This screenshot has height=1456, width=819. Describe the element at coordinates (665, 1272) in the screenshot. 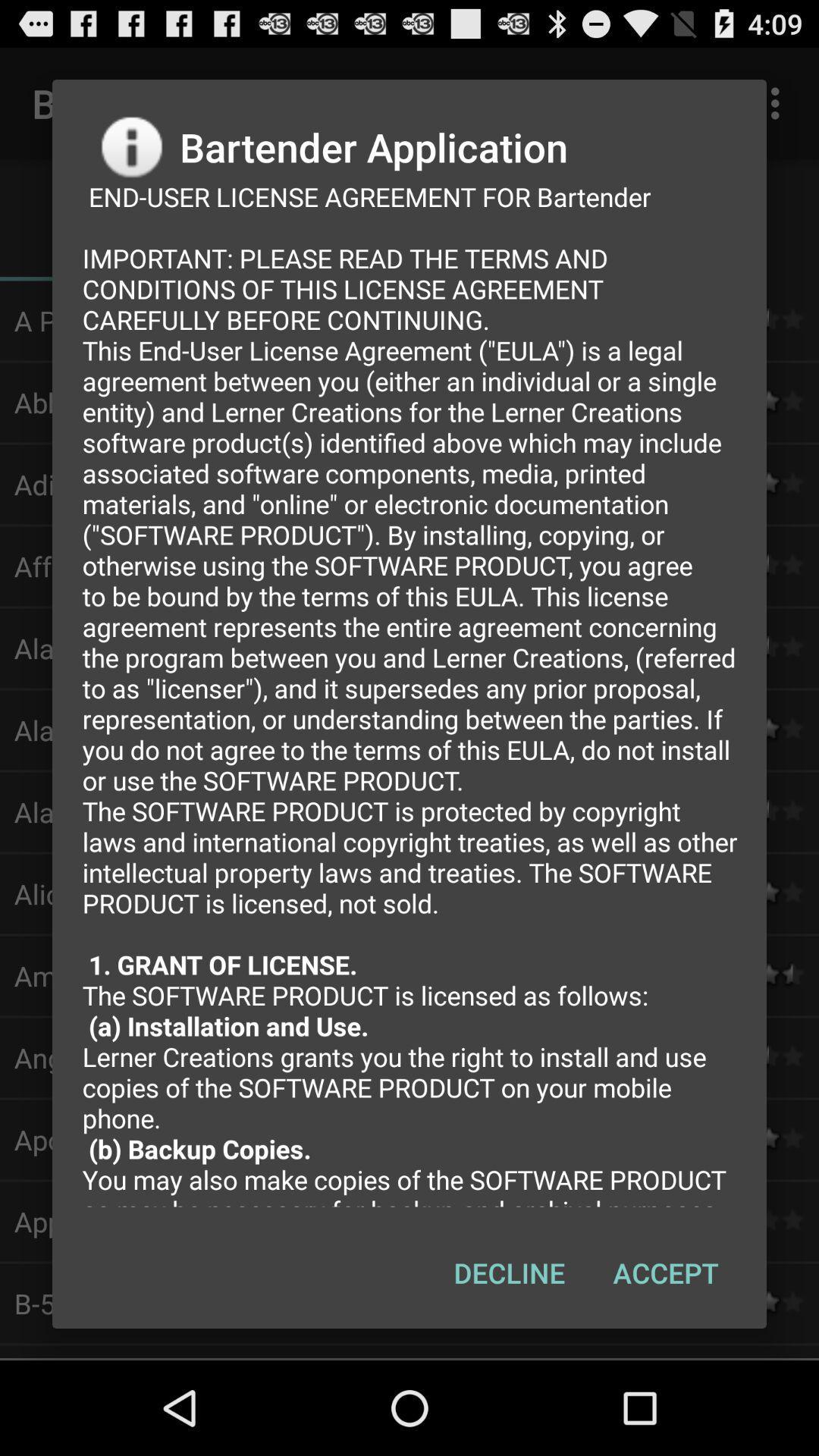

I see `the icon next to decline button` at that location.